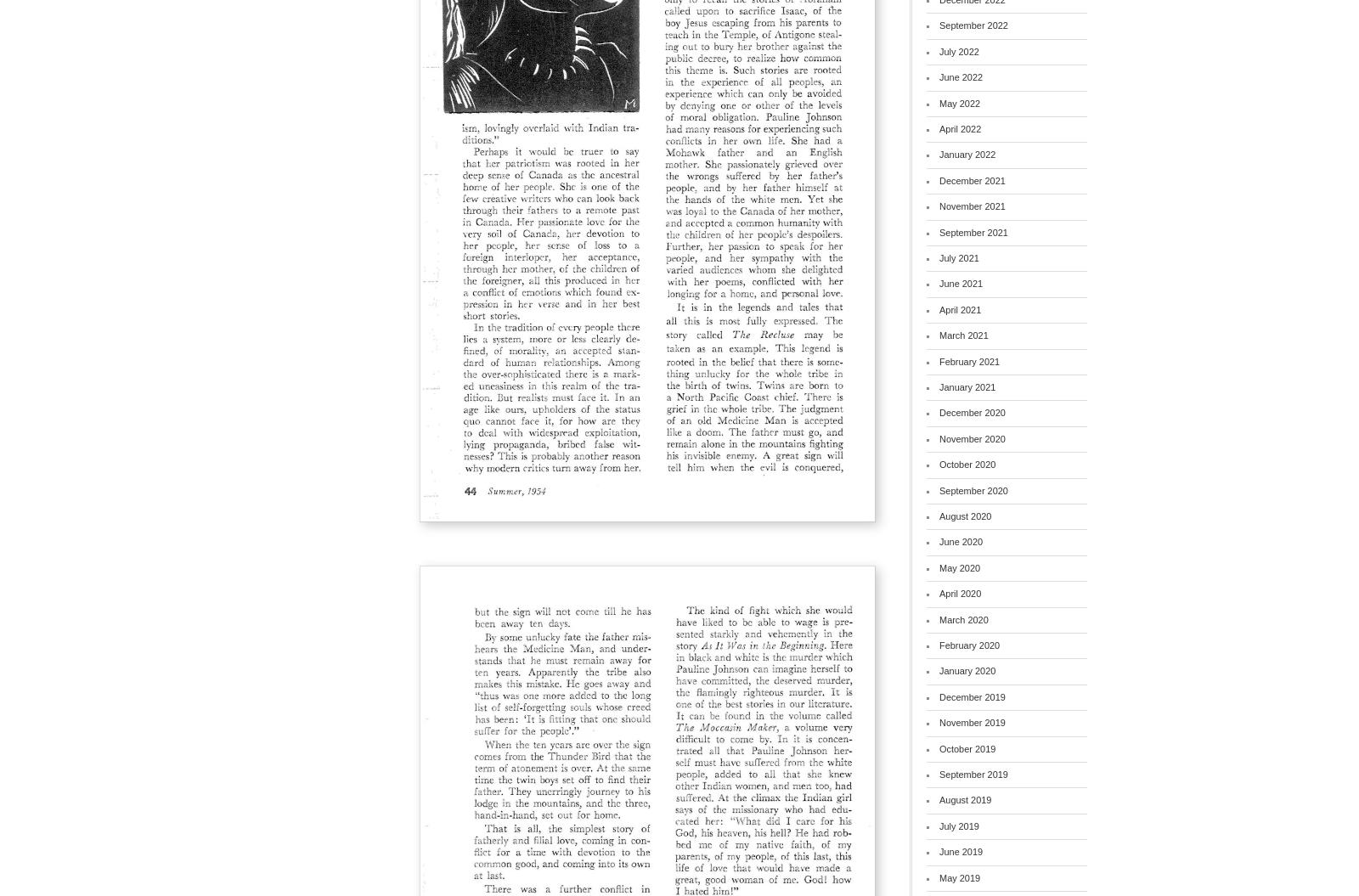 The image size is (1359, 896). I want to click on 'July 2019', so click(958, 825).